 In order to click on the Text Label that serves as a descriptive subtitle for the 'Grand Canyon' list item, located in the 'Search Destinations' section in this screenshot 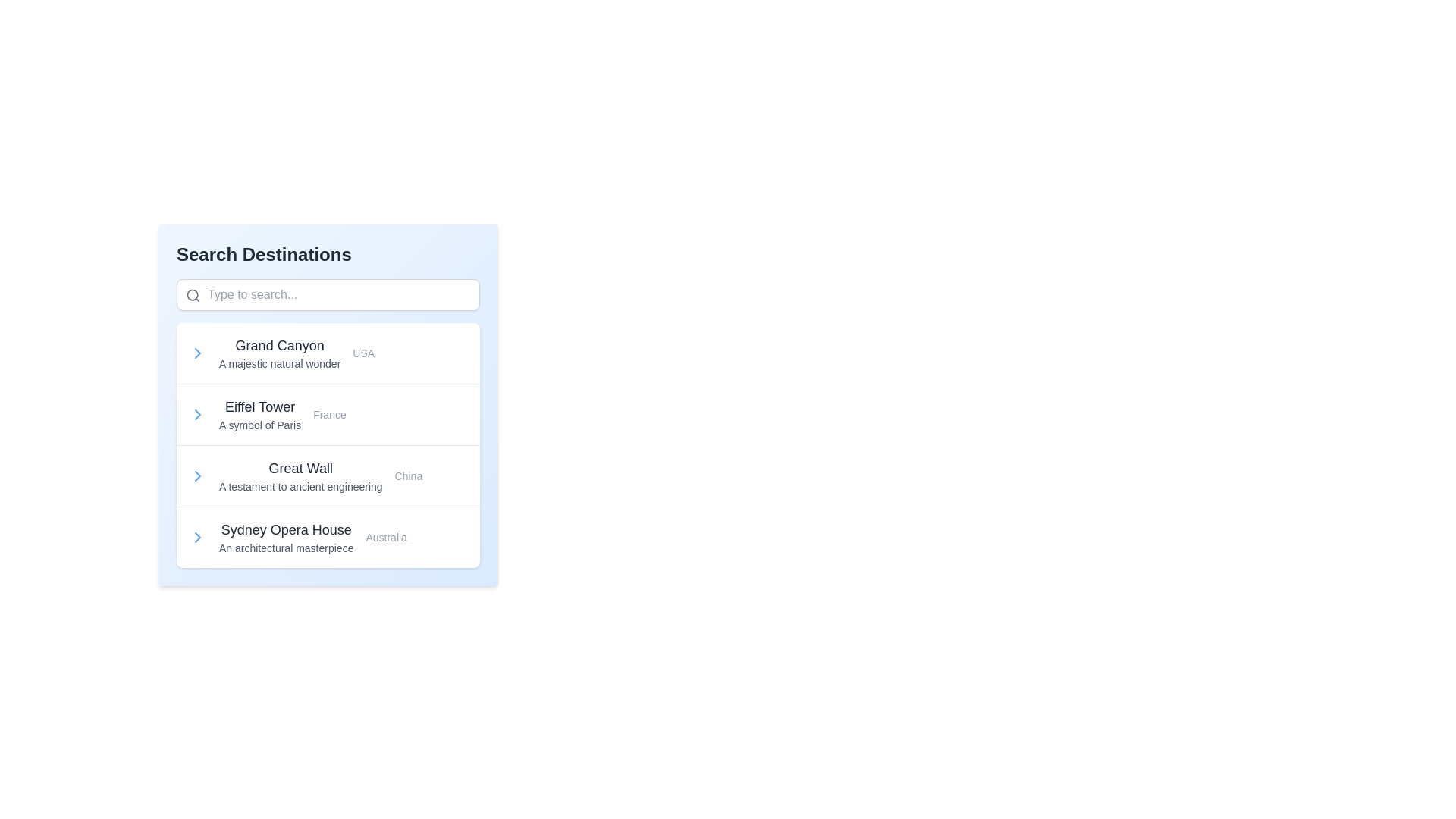, I will do `click(280, 363)`.